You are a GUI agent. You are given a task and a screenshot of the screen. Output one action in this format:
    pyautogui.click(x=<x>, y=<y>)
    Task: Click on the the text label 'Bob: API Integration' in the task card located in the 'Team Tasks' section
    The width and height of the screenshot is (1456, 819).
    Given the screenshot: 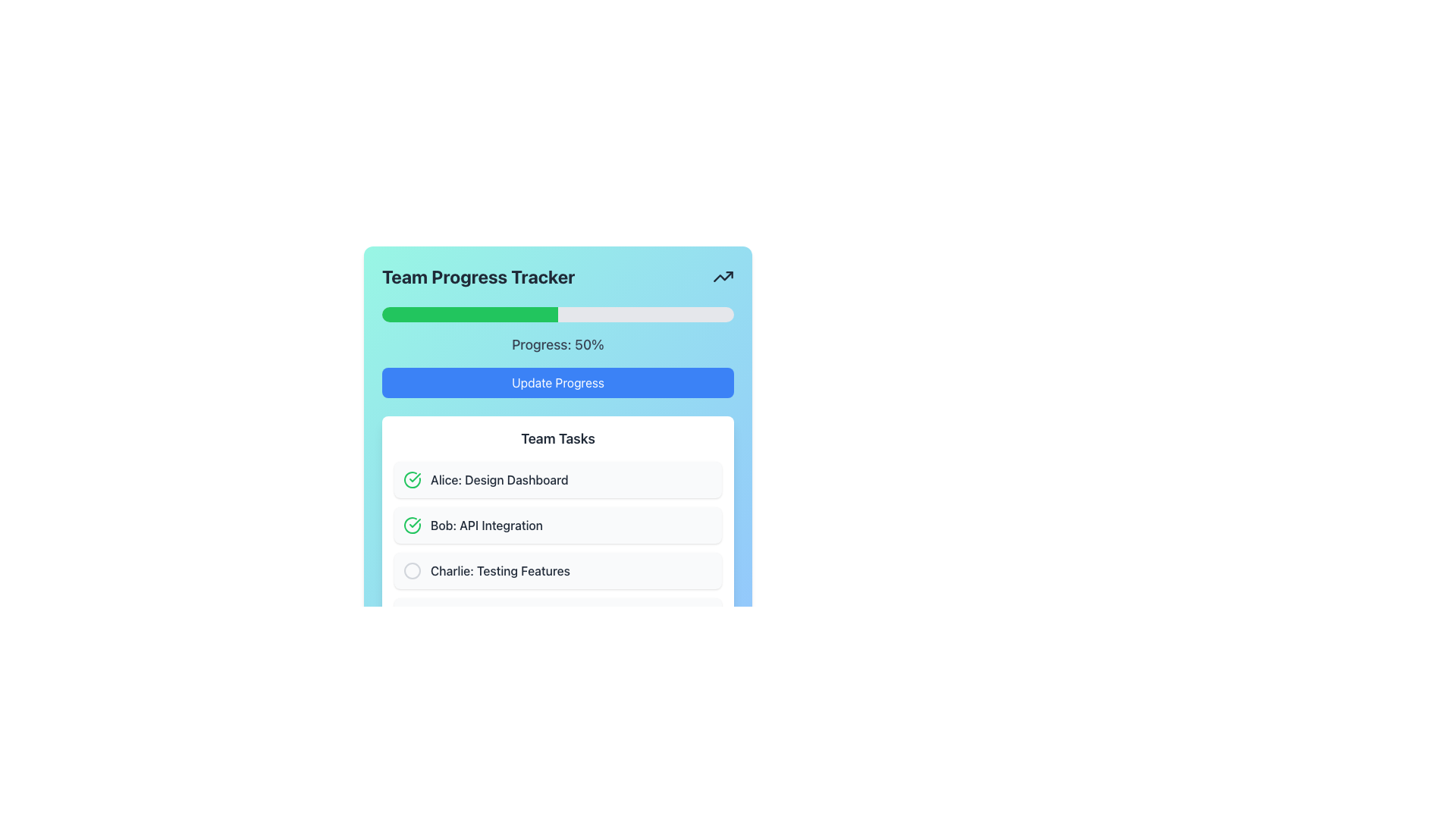 What is the action you would take?
    pyautogui.click(x=487, y=525)
    